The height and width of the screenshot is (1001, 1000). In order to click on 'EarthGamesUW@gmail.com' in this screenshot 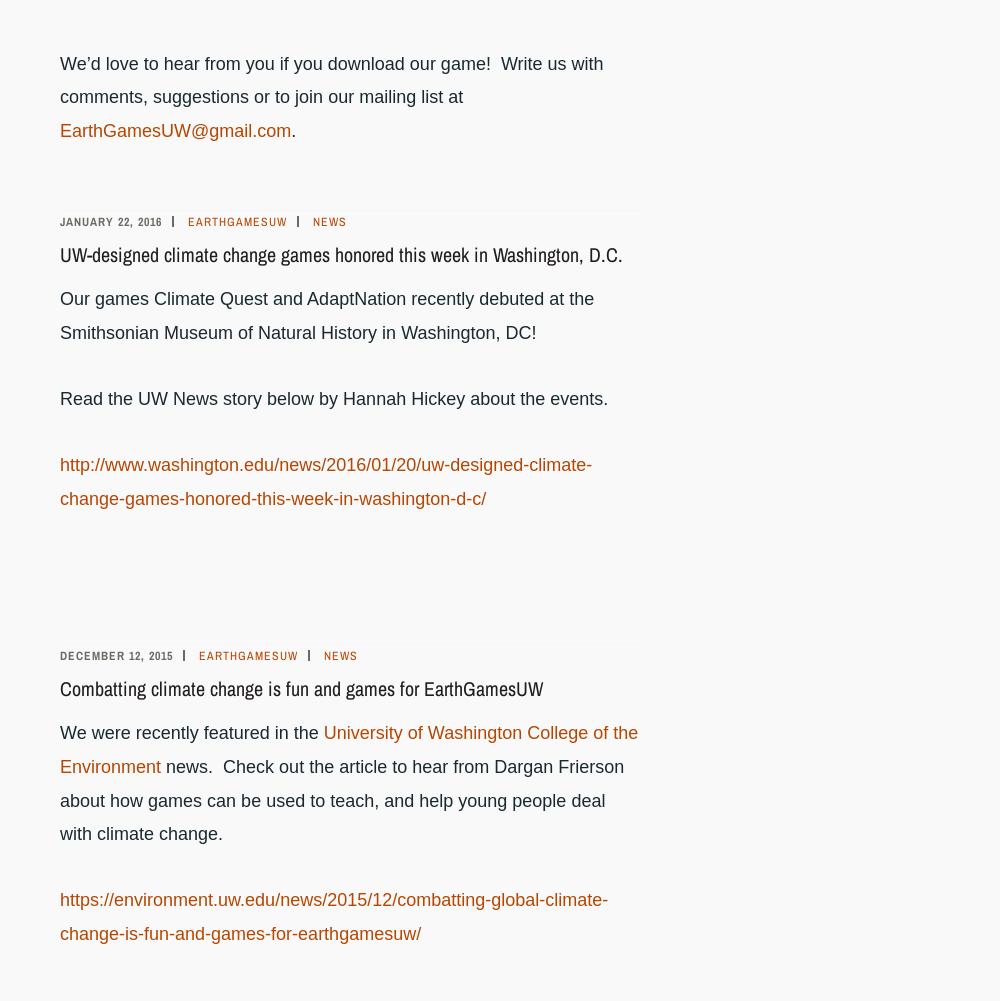, I will do `click(175, 130)`.